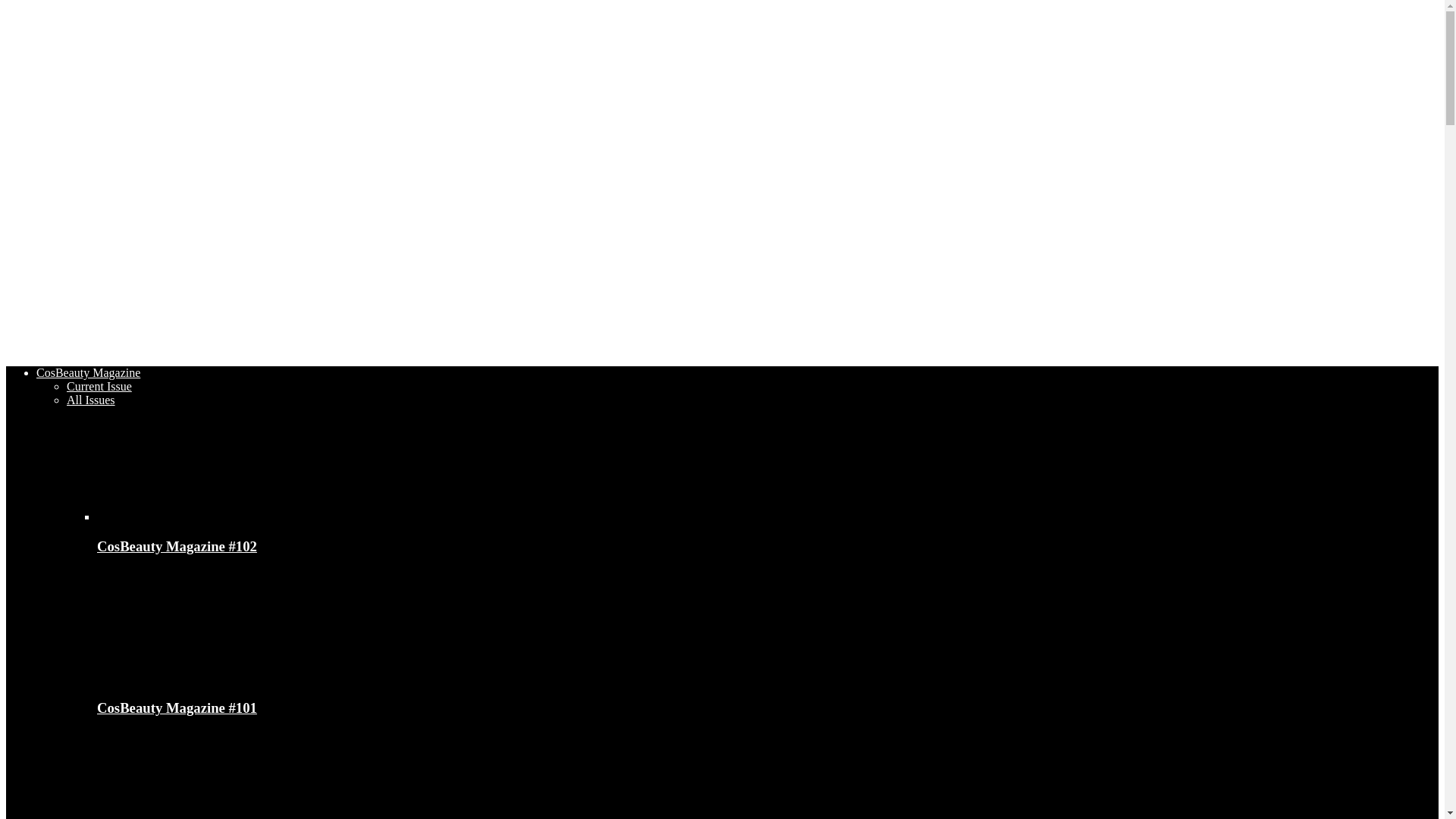  What do you see at coordinates (179, 463) in the screenshot?
I see `'CosBeauty Magazine #102'` at bounding box center [179, 463].